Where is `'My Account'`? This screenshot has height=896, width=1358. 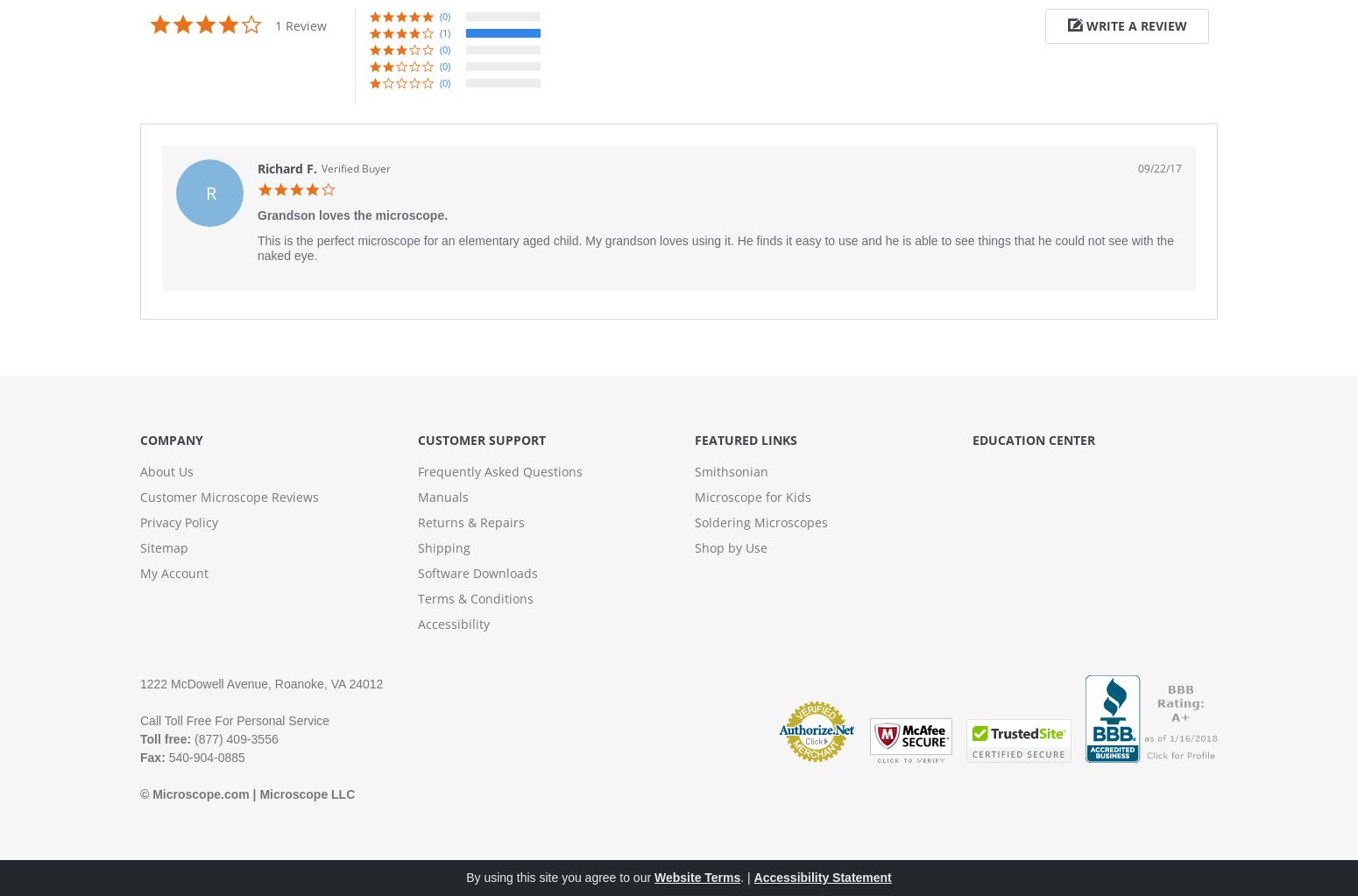
'My Account' is located at coordinates (138, 573).